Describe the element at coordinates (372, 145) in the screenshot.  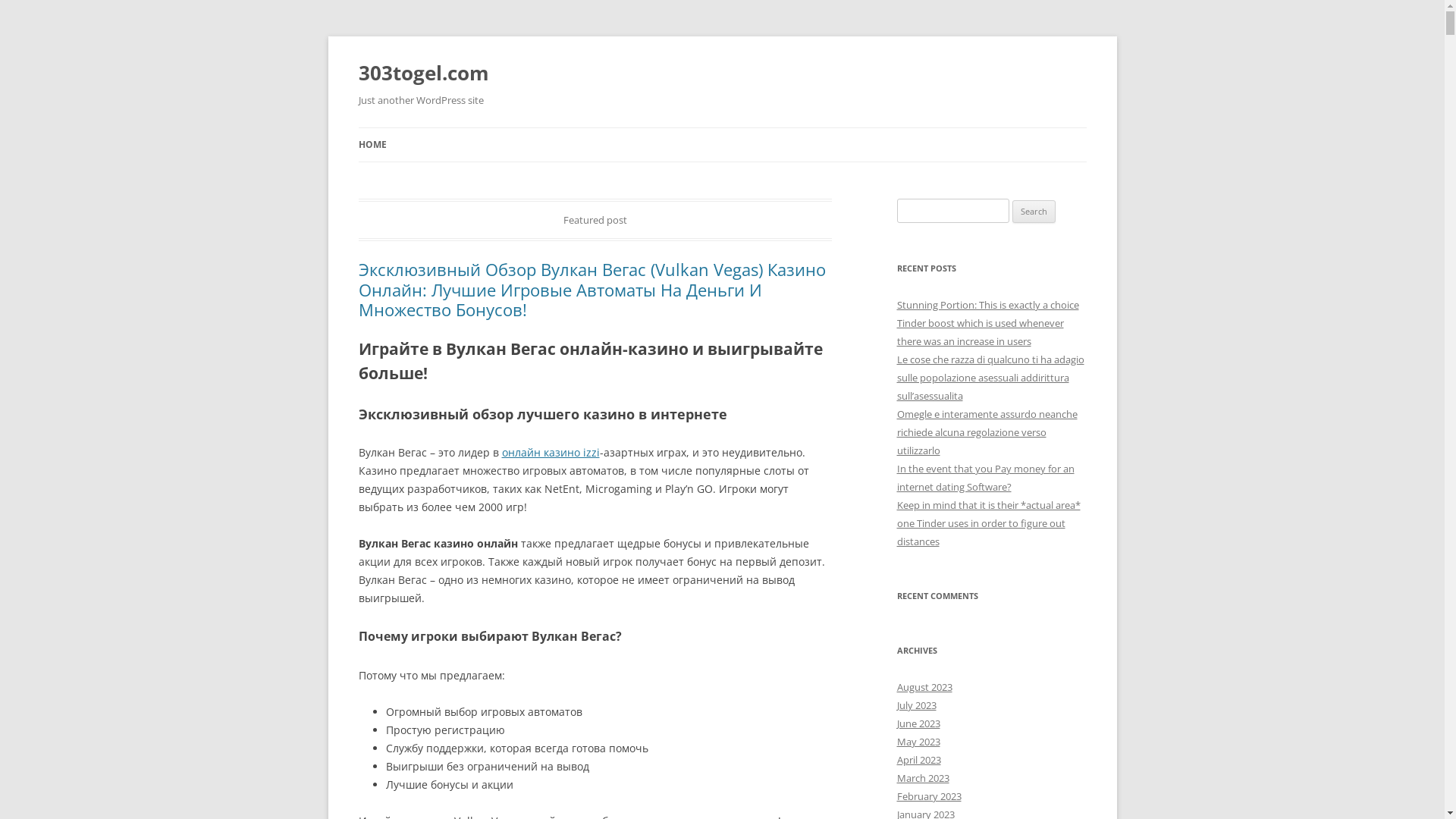
I see `'HOME'` at that location.